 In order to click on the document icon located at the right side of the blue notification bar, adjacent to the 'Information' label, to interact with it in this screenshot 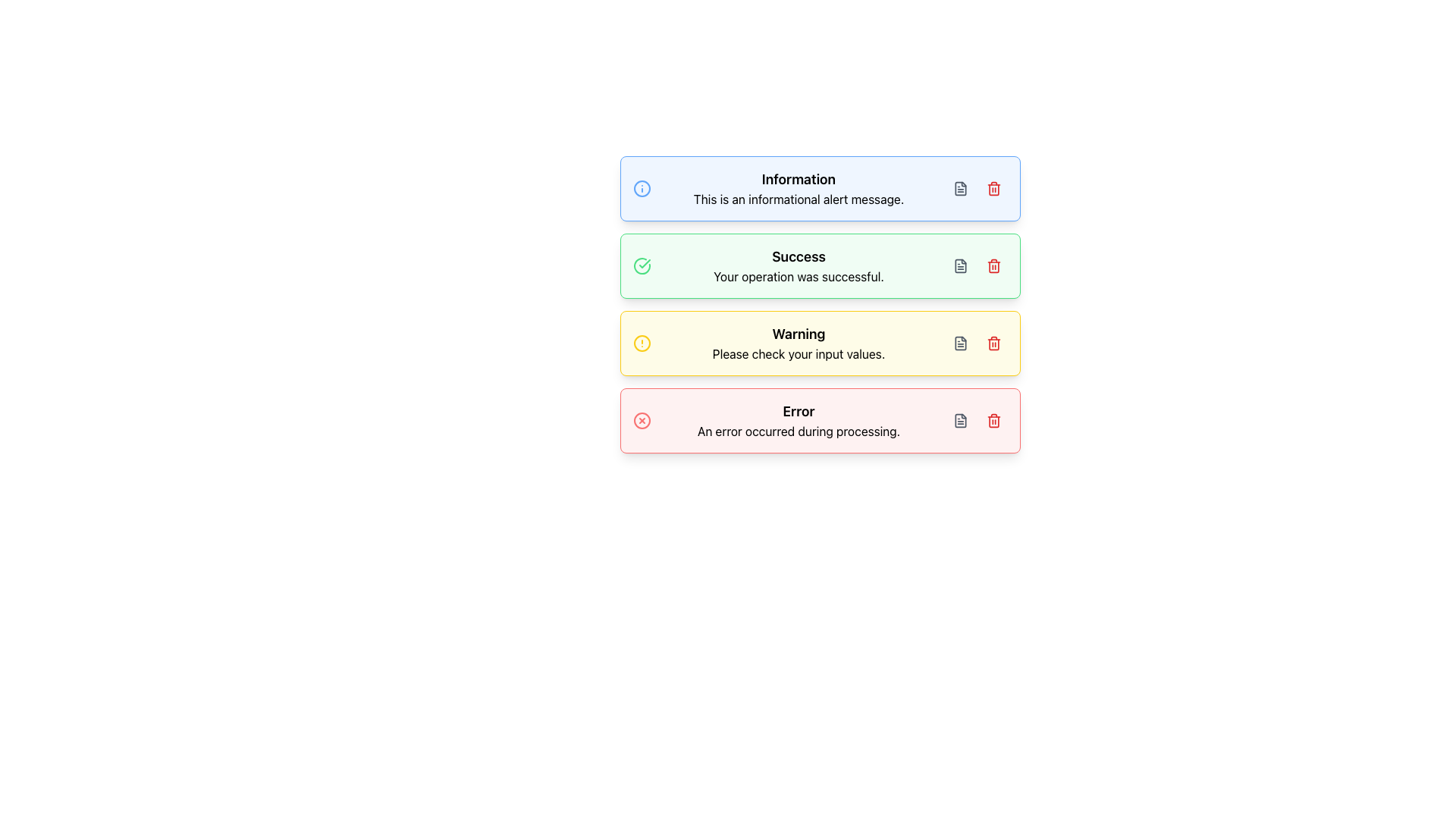, I will do `click(959, 188)`.